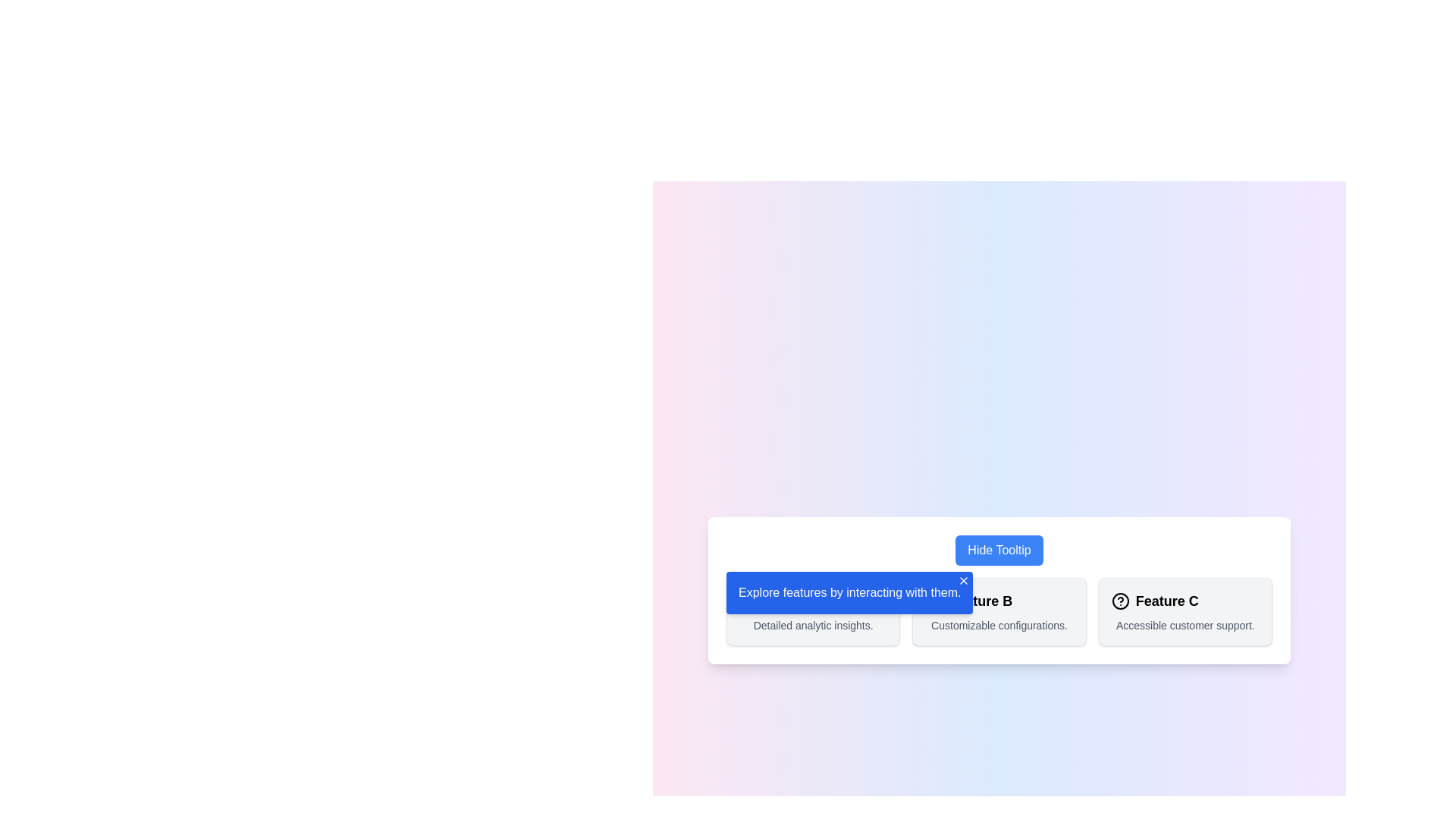 Image resolution: width=1456 pixels, height=819 pixels. I want to click on the text label styled with a bold font that displays 'Feature B', which is located to the left of 'Feature C' and is horizontally centered within its section, so click(981, 601).